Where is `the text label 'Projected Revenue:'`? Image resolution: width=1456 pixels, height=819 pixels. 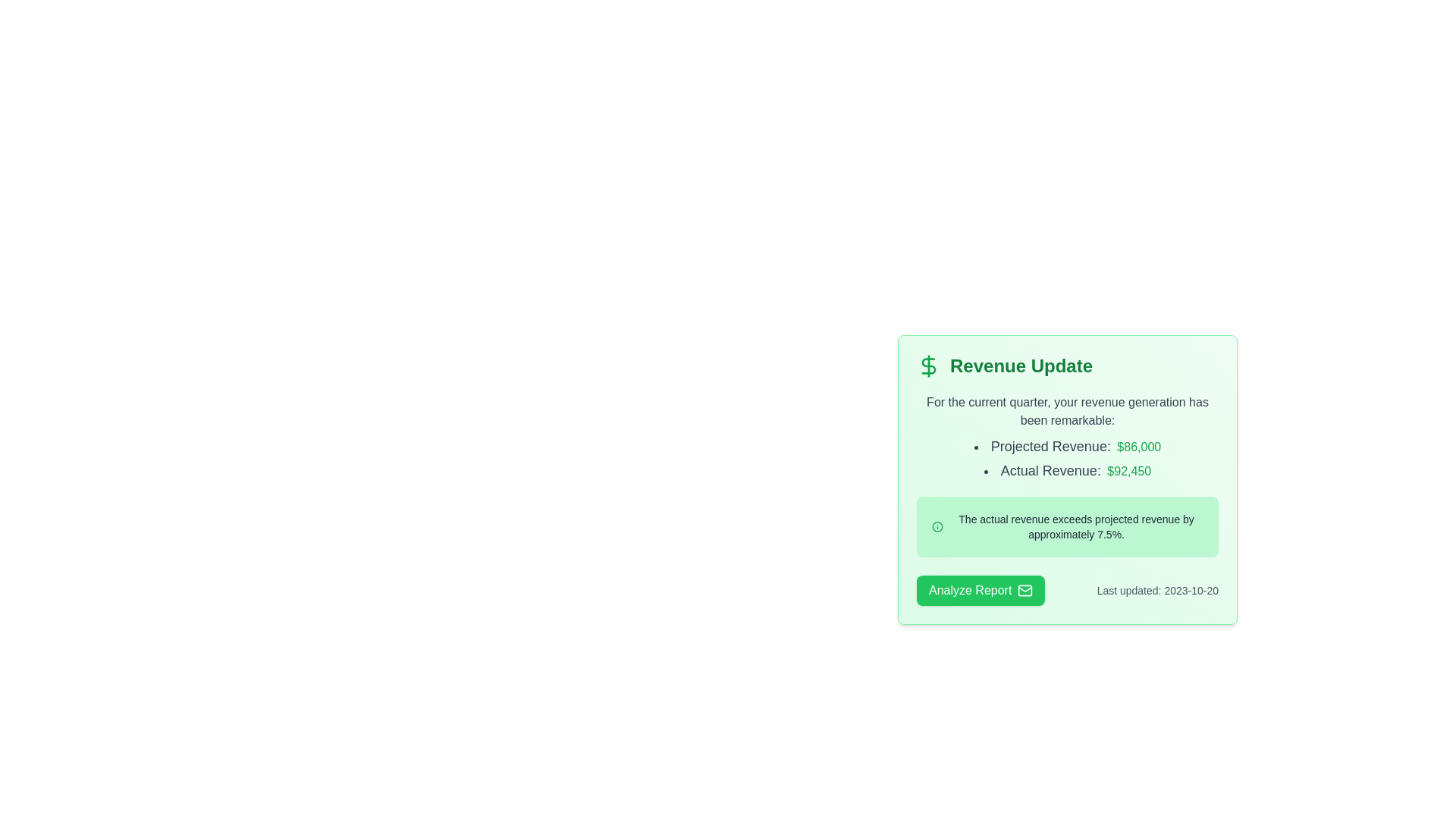
the text label 'Projected Revenue:' is located at coordinates (1050, 446).